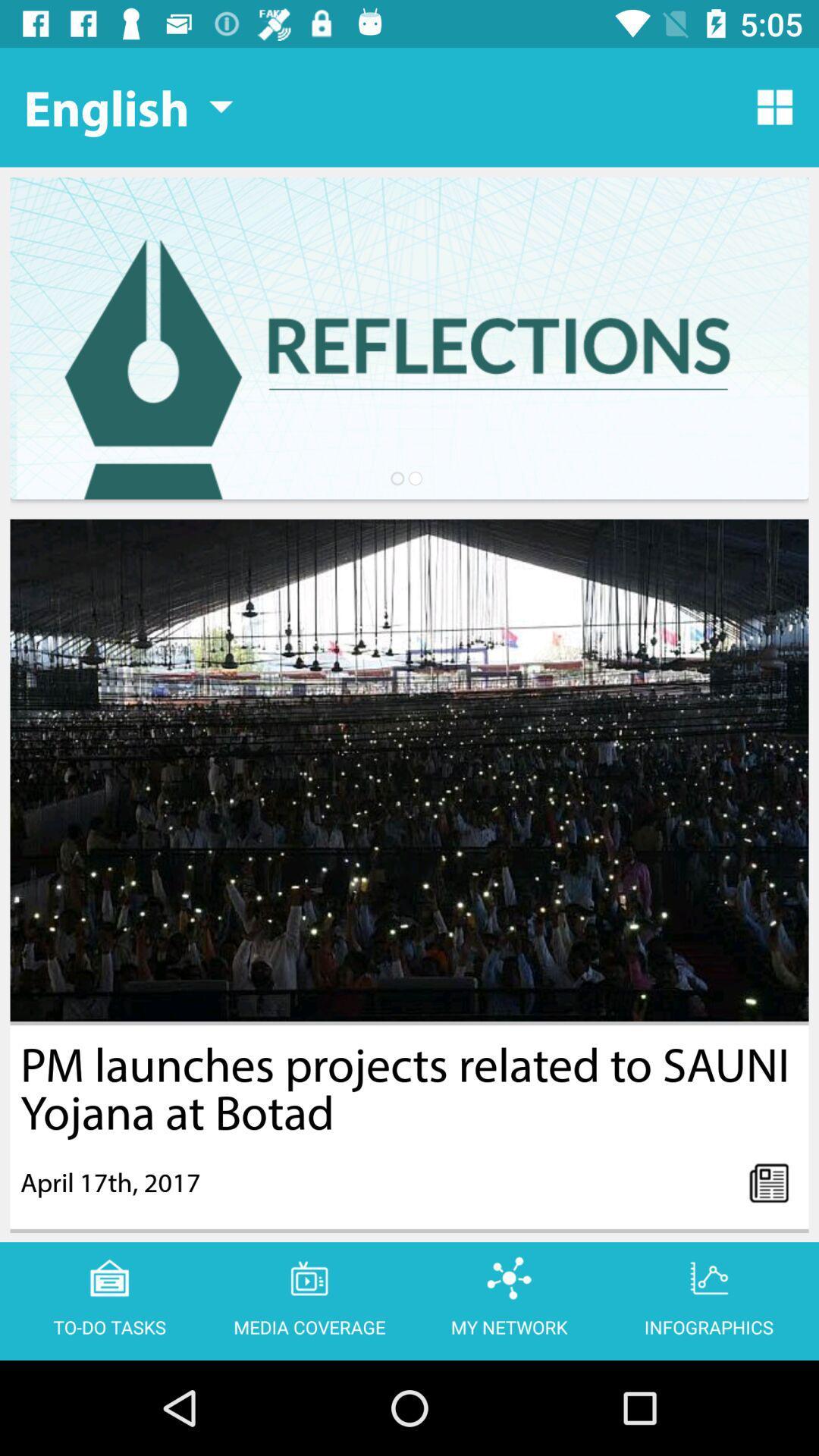 Image resolution: width=819 pixels, height=1456 pixels. Describe the element at coordinates (127, 106) in the screenshot. I see `english item` at that location.